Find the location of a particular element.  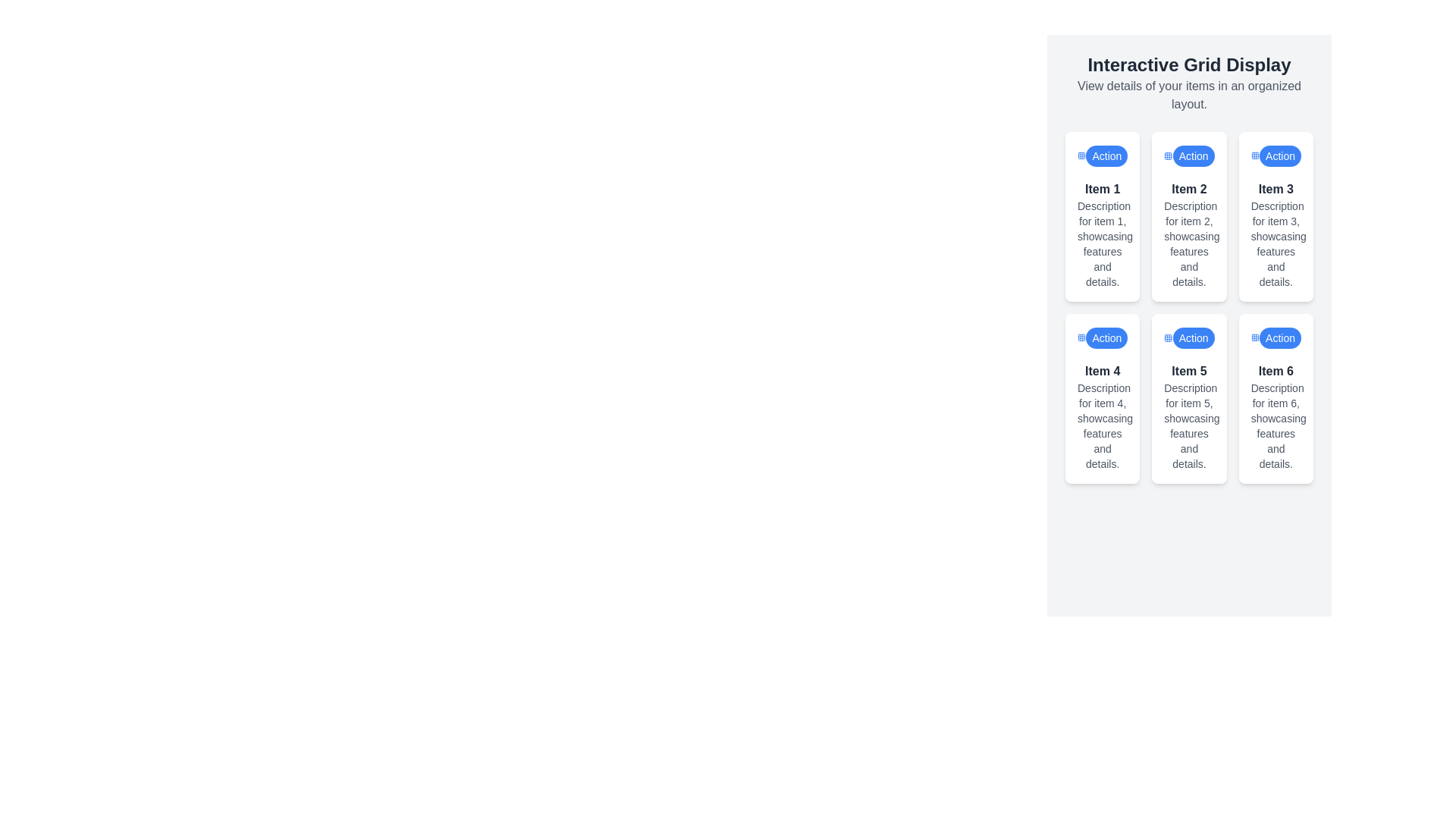

the interactive button located in the top-right corner of the card labeled 'Item 6' is located at coordinates (1275, 337).